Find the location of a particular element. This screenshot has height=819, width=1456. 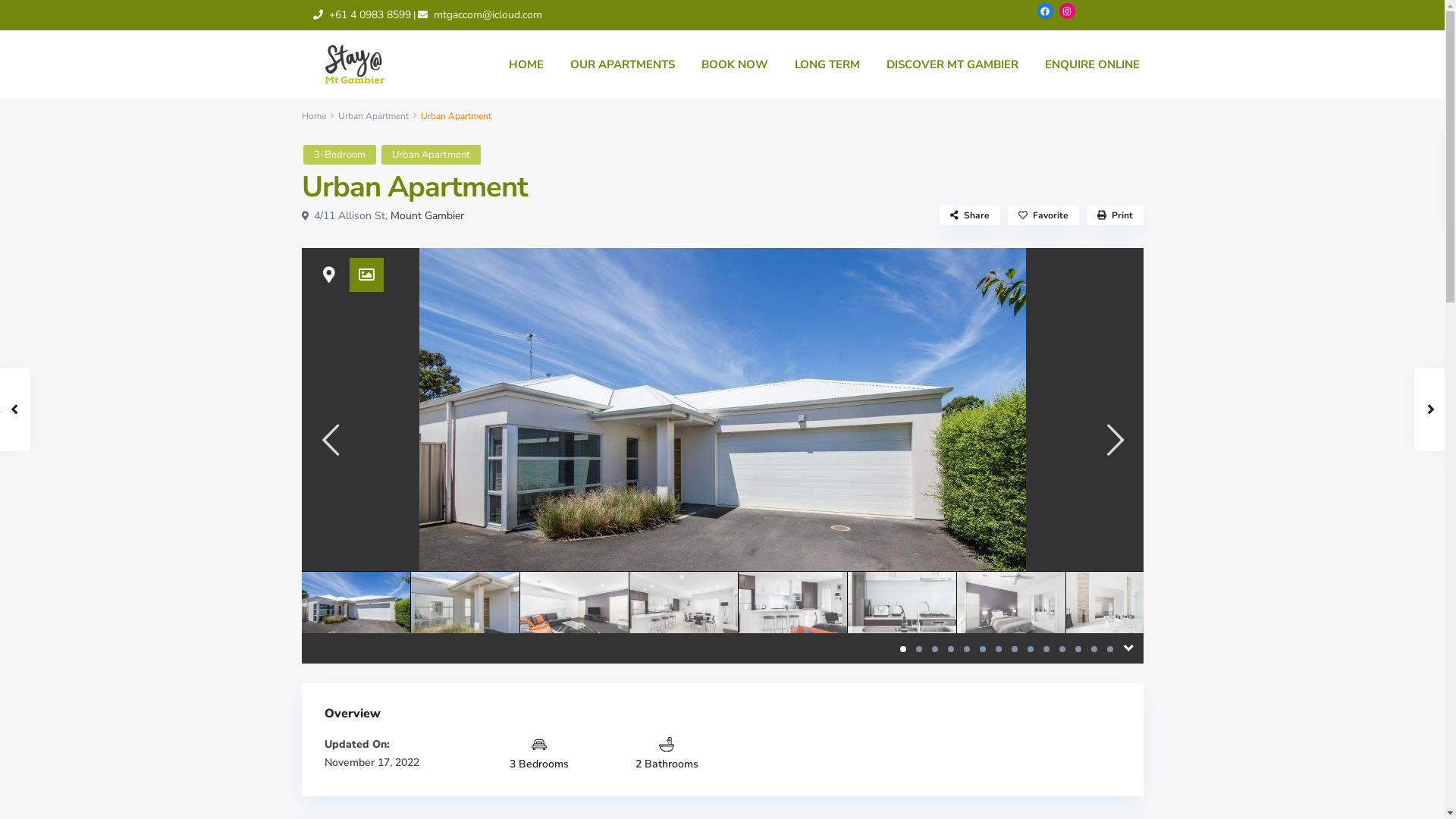

'Urban Apartment' is located at coordinates (429, 155).